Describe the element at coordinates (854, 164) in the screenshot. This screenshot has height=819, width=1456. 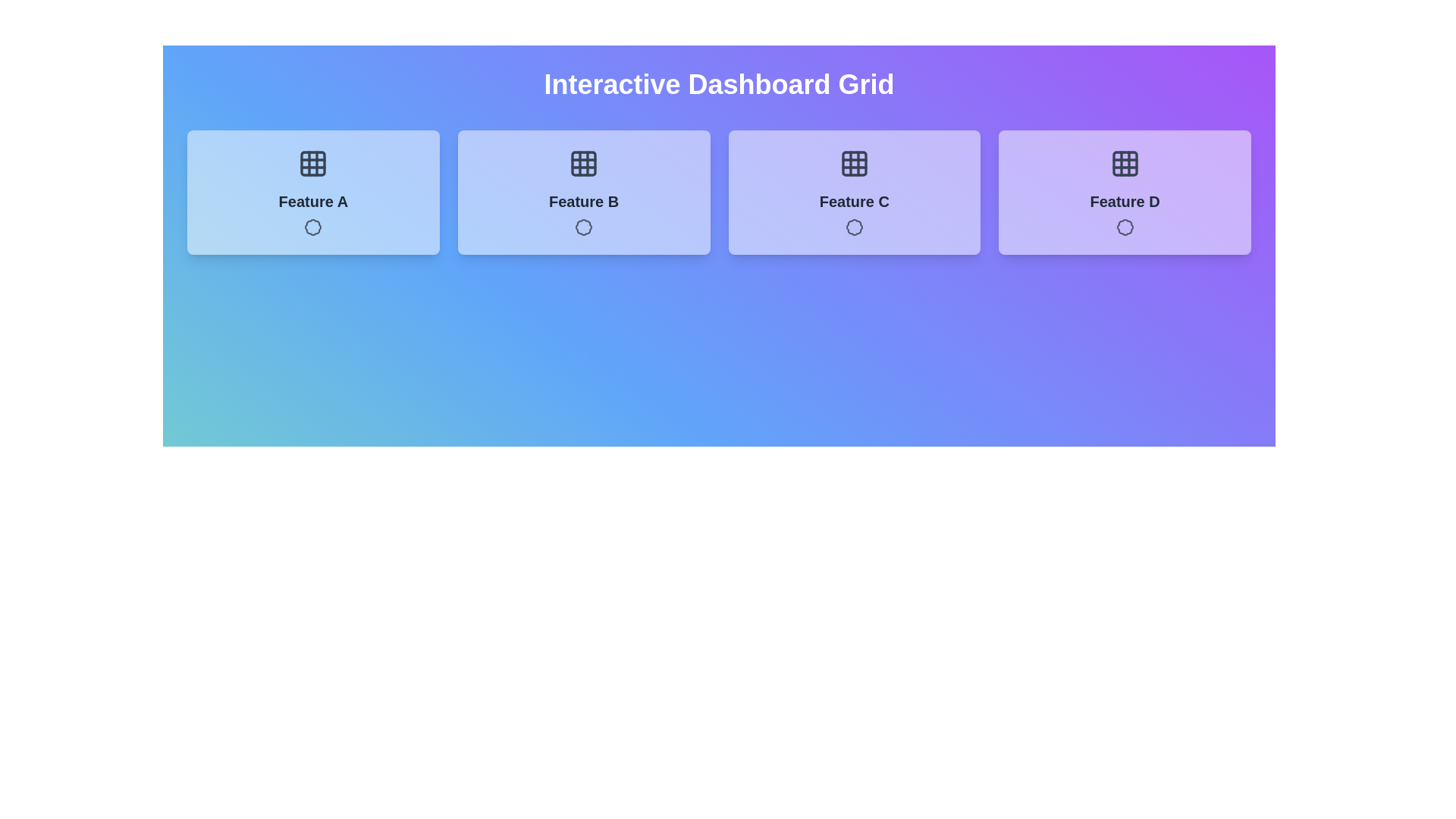
I see `the card labeled 'Feature C' that contains the center rectangle in the 3x3 grid icon` at that location.